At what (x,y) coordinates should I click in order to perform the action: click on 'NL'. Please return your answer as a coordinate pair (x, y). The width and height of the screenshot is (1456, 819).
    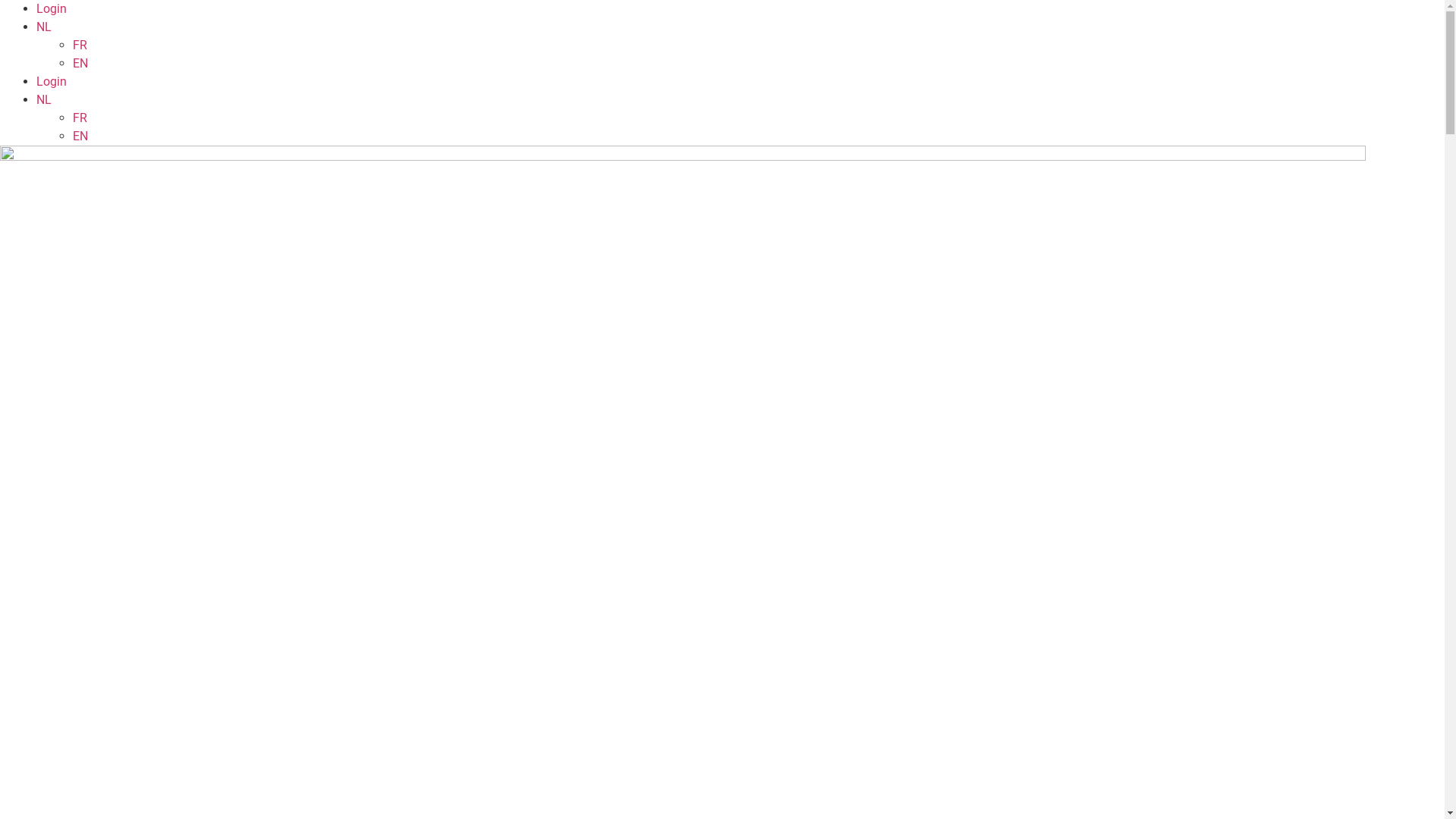
    Looking at the image, I should click on (43, 27).